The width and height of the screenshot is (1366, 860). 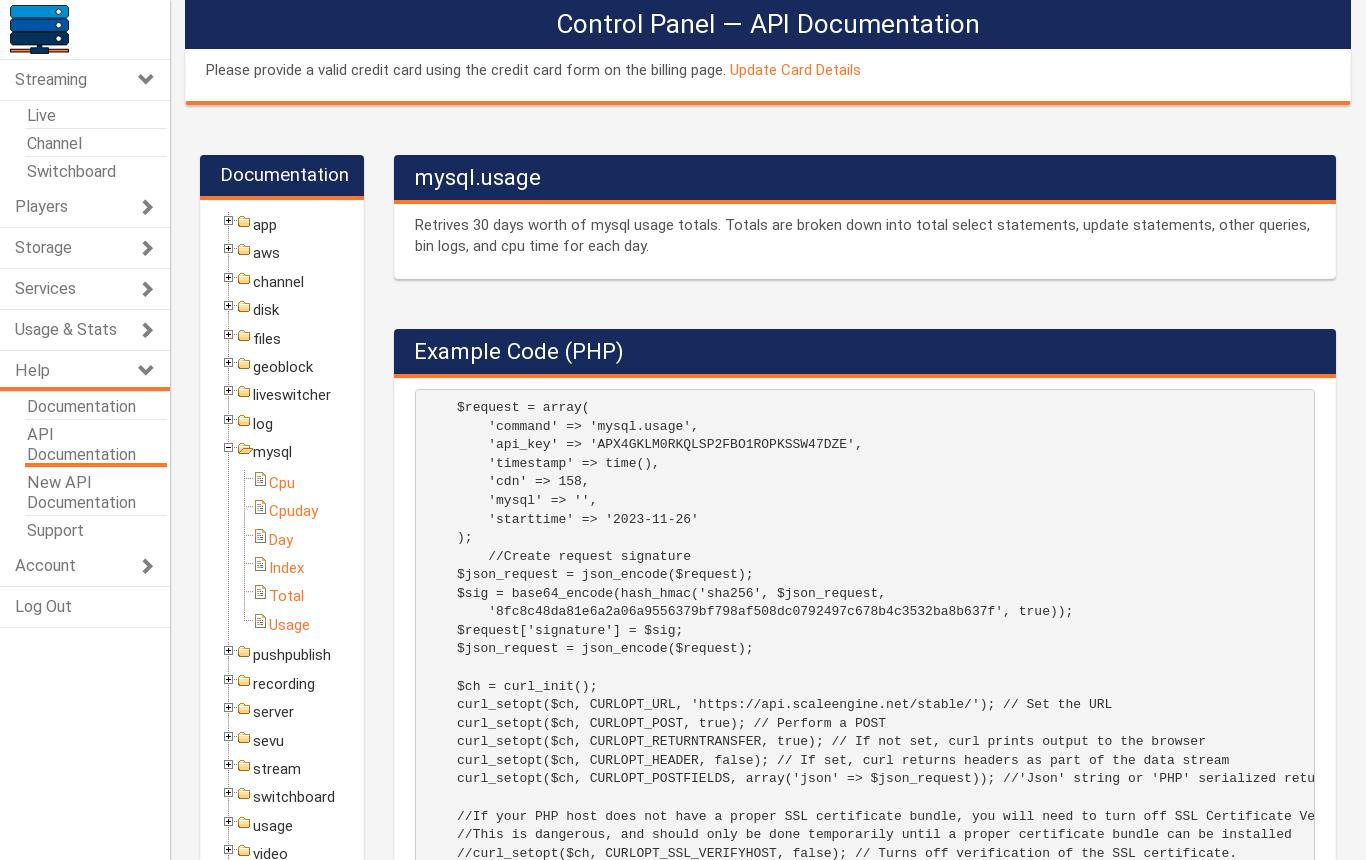 I want to click on 'switchboard', so click(x=252, y=796).